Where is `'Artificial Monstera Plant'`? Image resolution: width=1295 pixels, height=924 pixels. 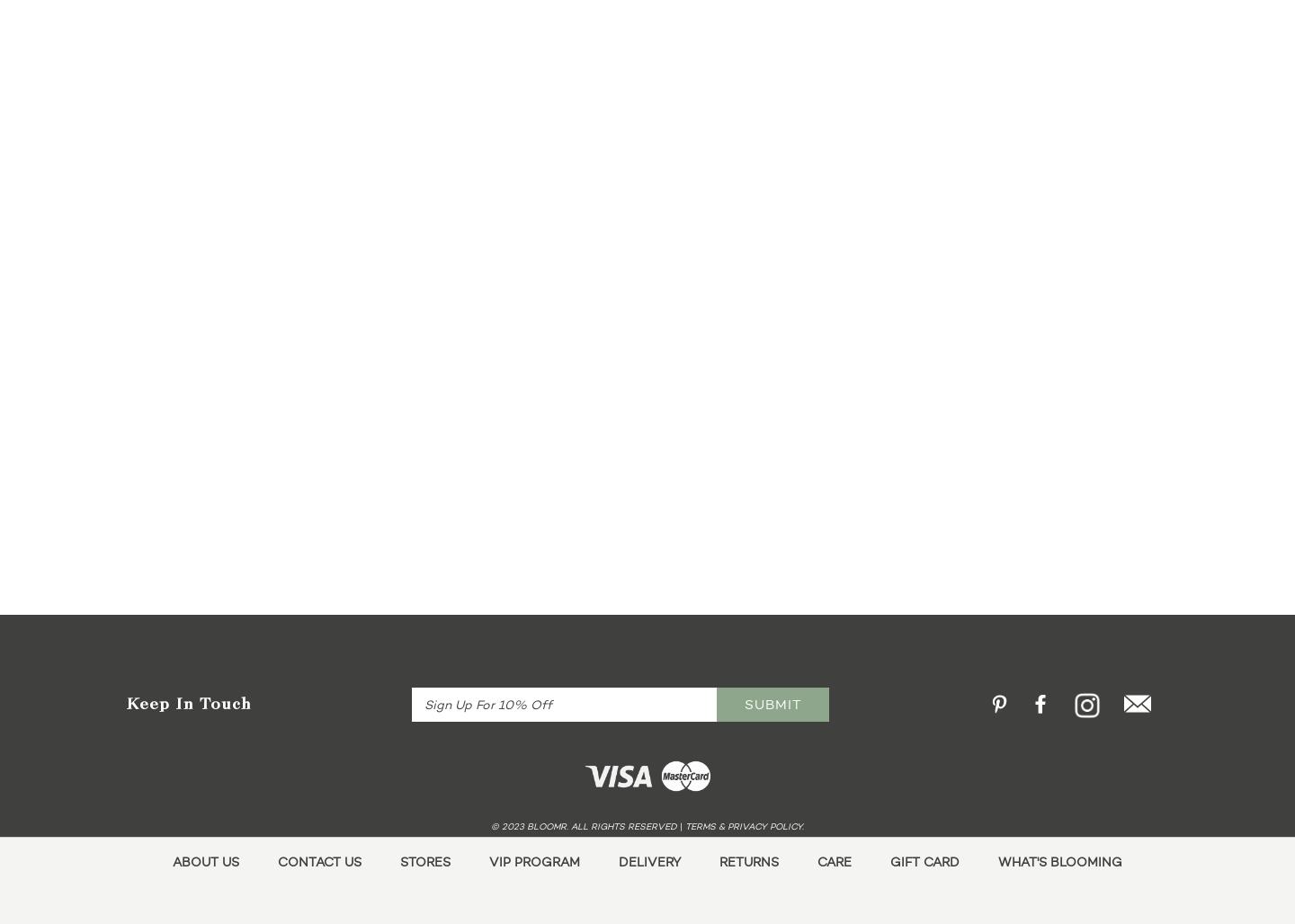
'Artificial Monstera Plant' is located at coordinates (323, 243).